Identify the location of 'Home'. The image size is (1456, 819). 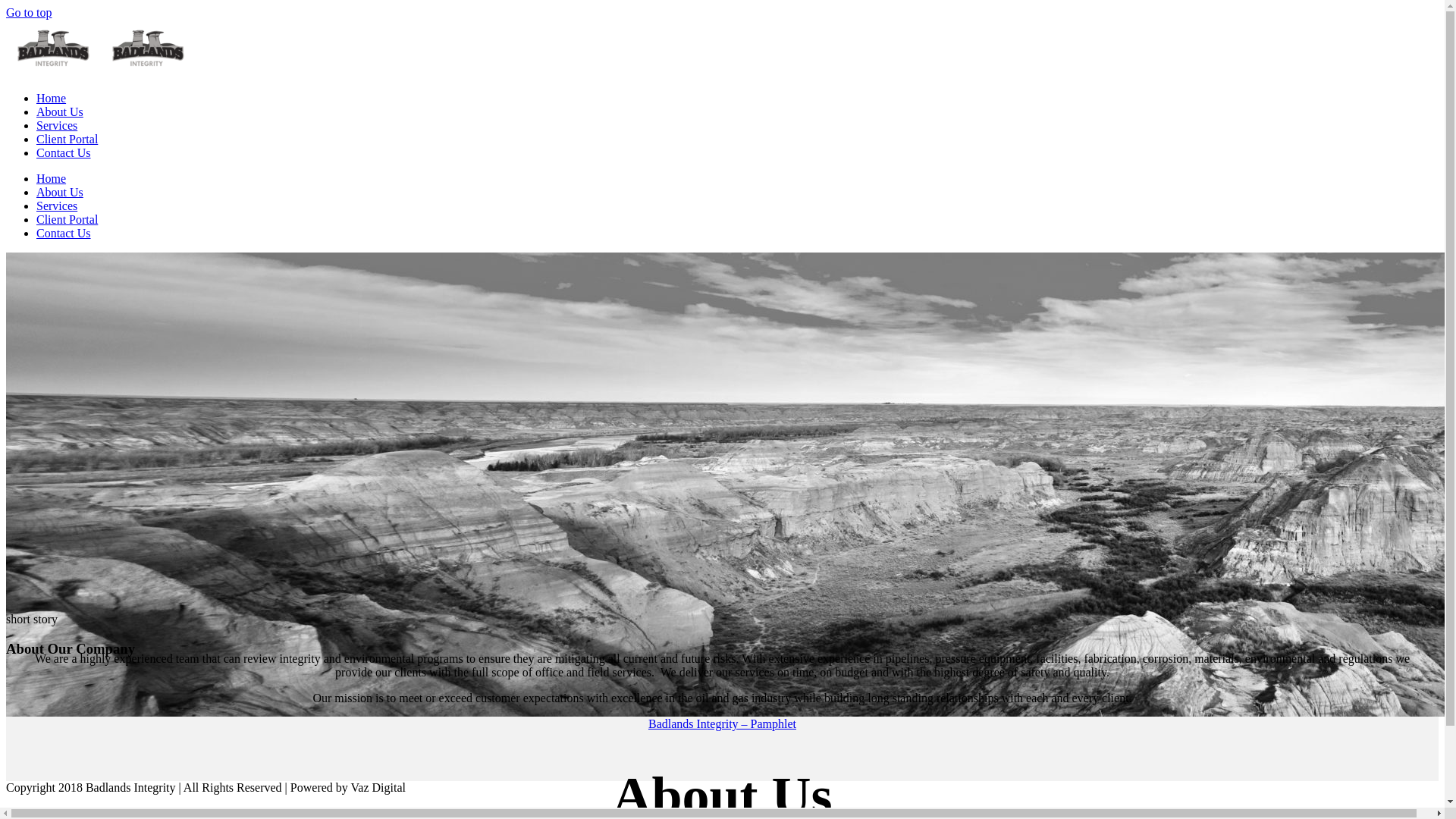
(51, 98).